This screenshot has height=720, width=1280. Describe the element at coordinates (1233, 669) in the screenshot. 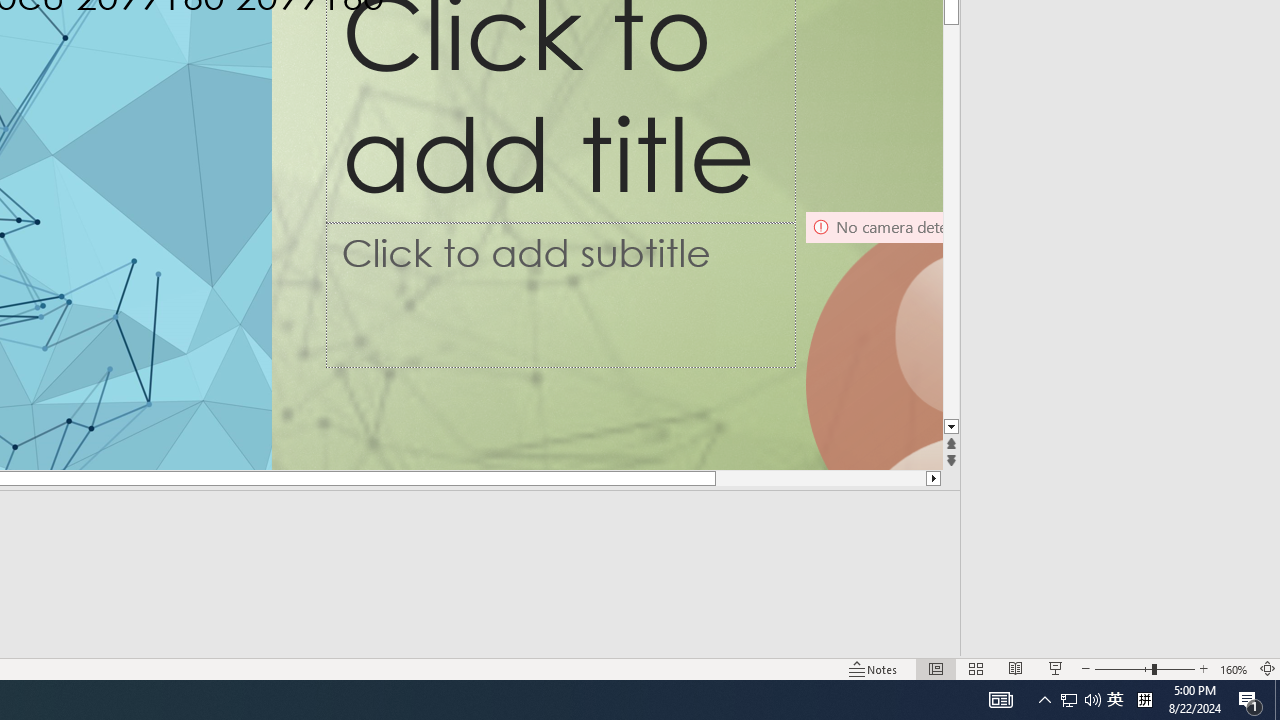

I see `'Zoom 160%'` at that location.